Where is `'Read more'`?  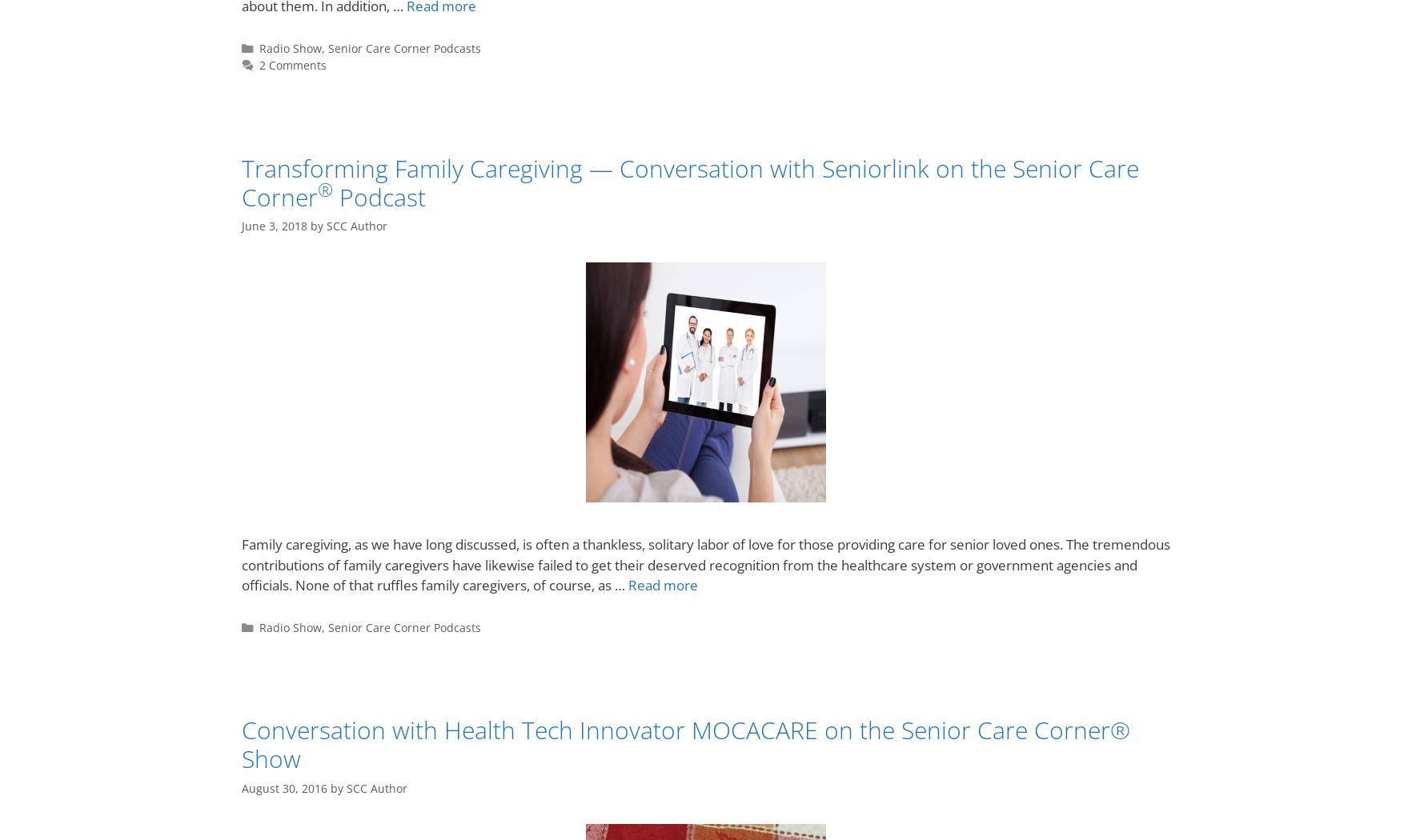
'Read more' is located at coordinates (628, 584).